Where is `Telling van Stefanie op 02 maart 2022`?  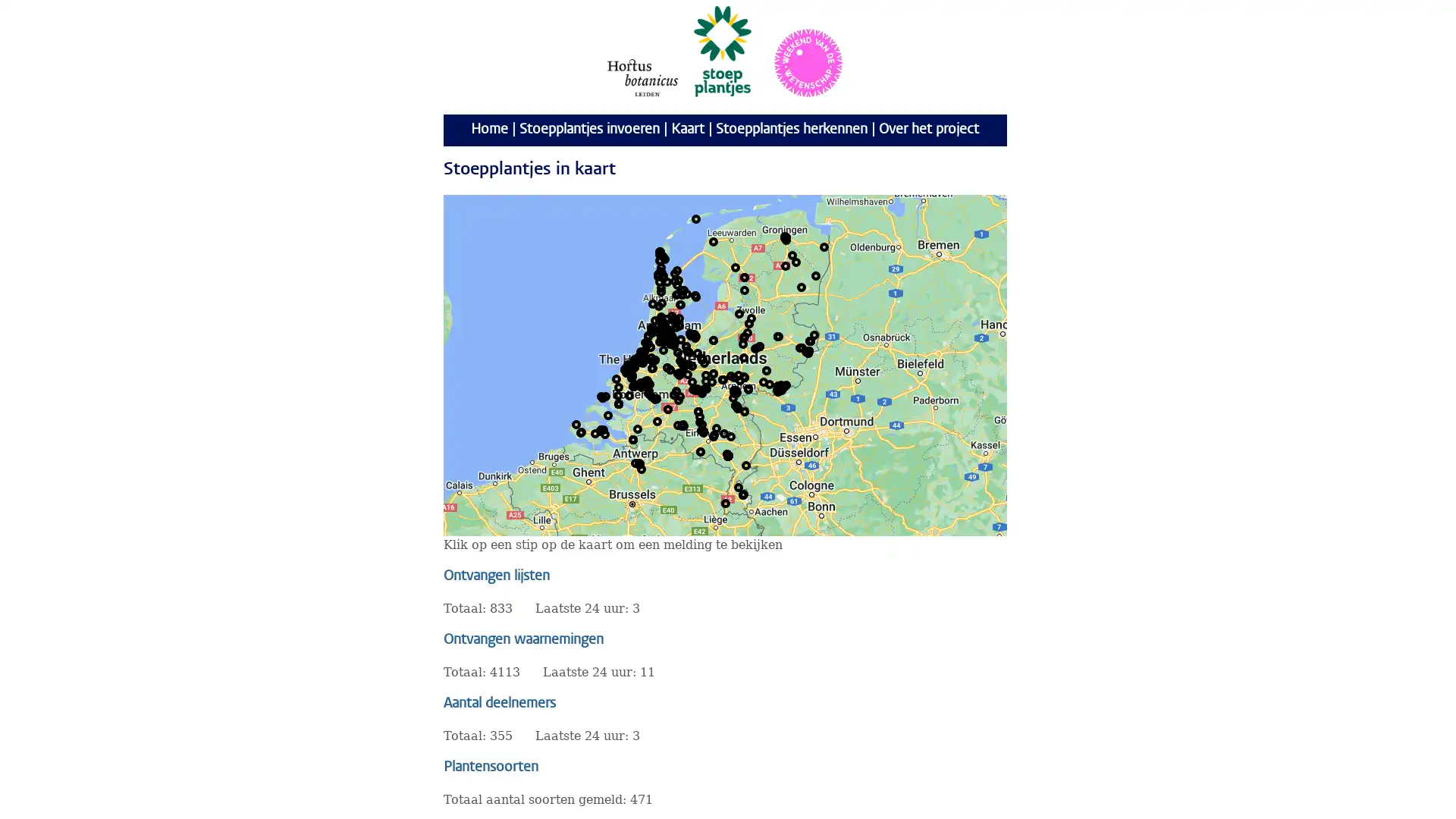 Telling van Stefanie op 02 maart 2022 is located at coordinates (628, 368).